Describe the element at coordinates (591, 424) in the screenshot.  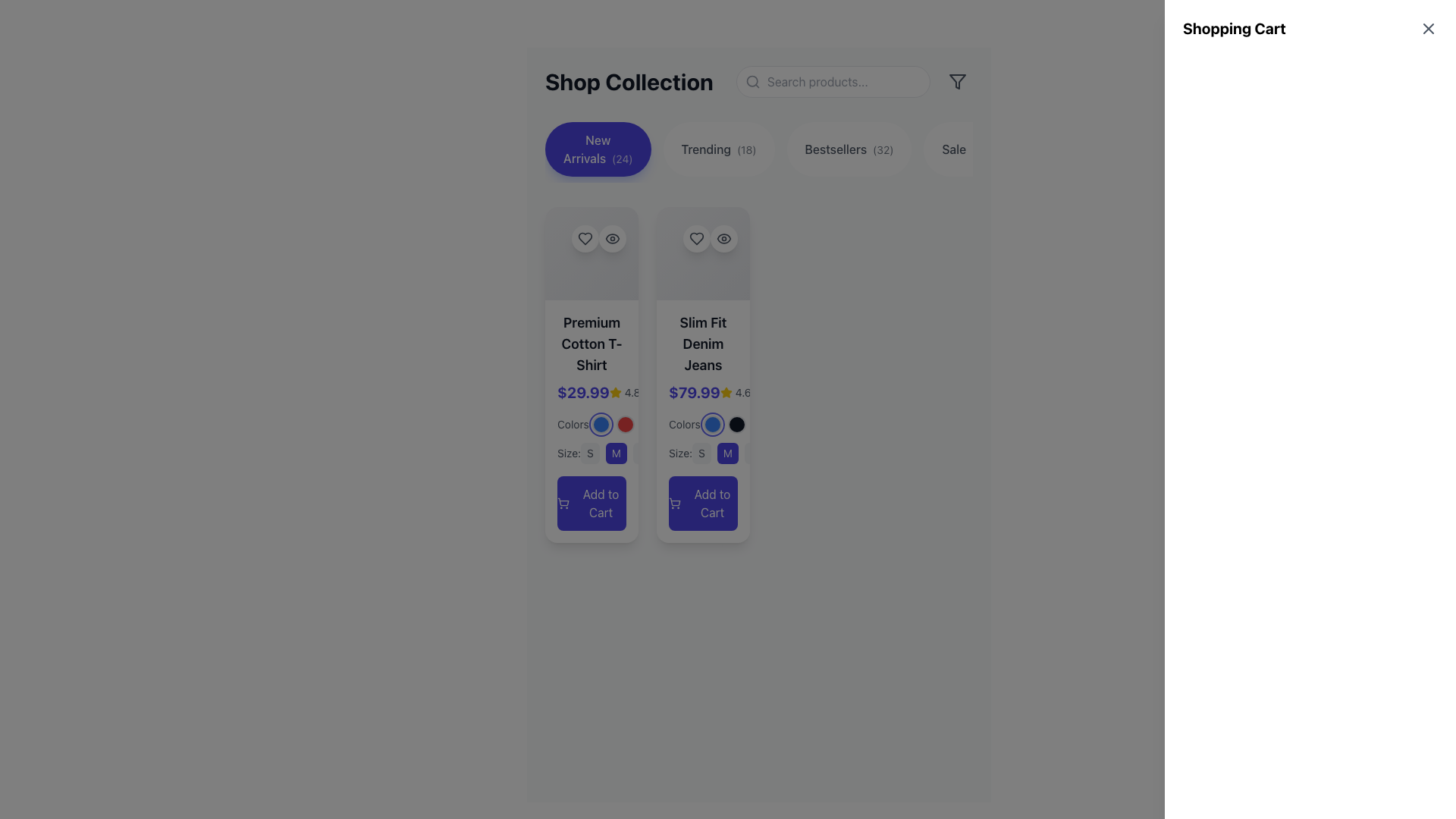
I see `the first interactive color selector, which is a circular blue shape with a border located in the 'Colors:' section of the Premium Cotton T-Shirt product card` at that location.